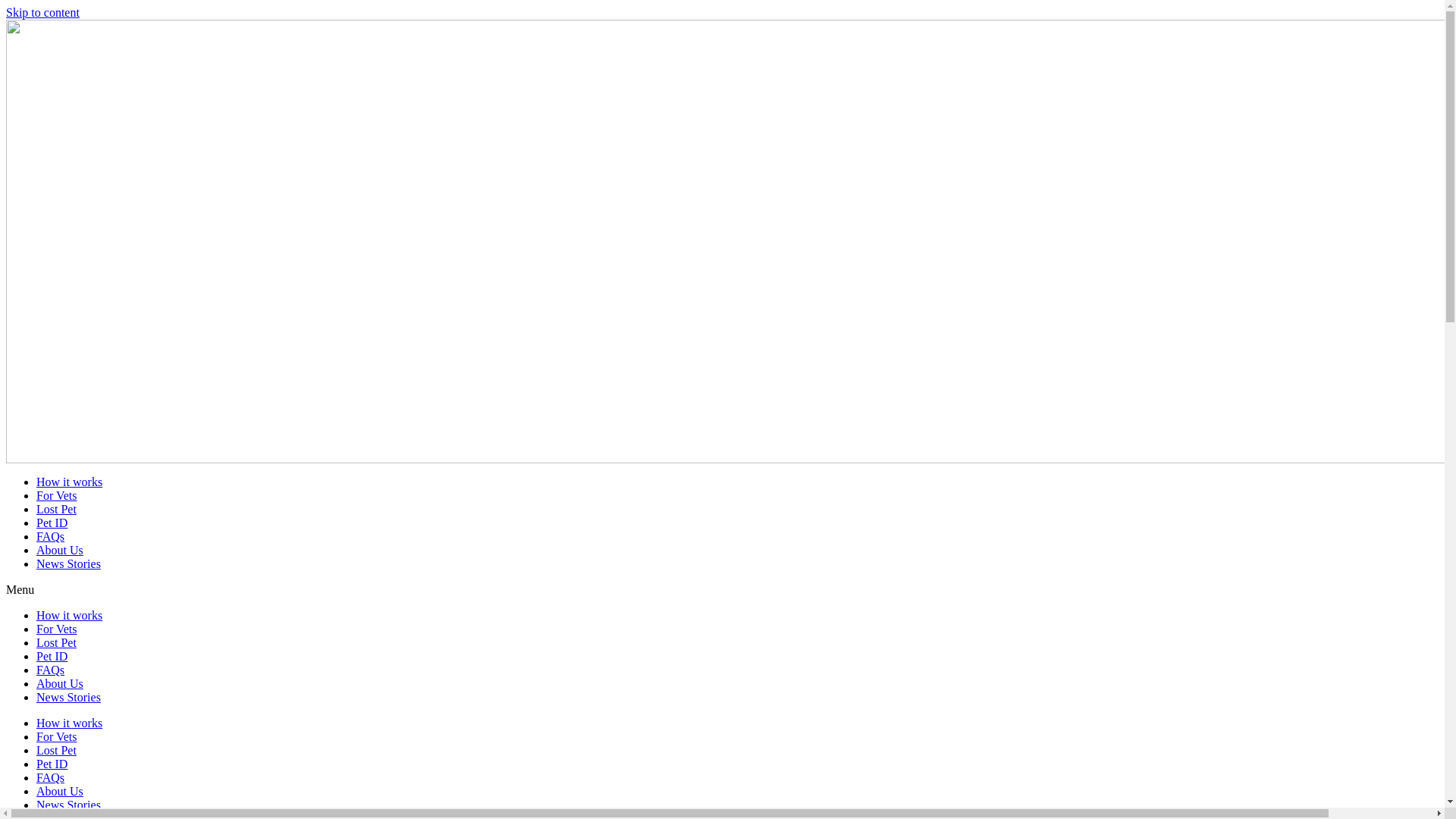  I want to click on 'How it works', so click(68, 722).